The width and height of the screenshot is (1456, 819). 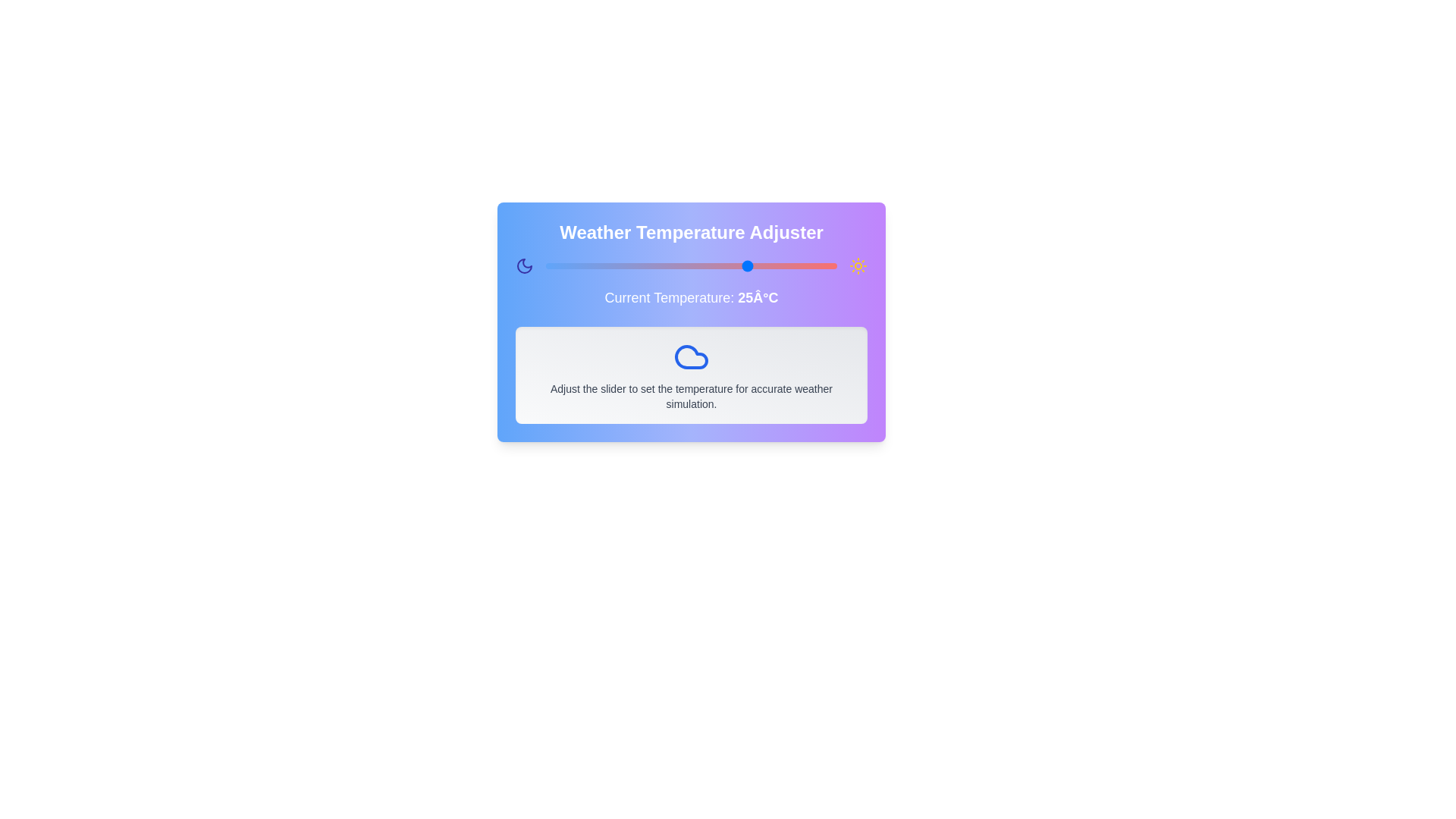 I want to click on the temperature slider to set the temperature to 39 degrees Celsius, so click(x=830, y=265).